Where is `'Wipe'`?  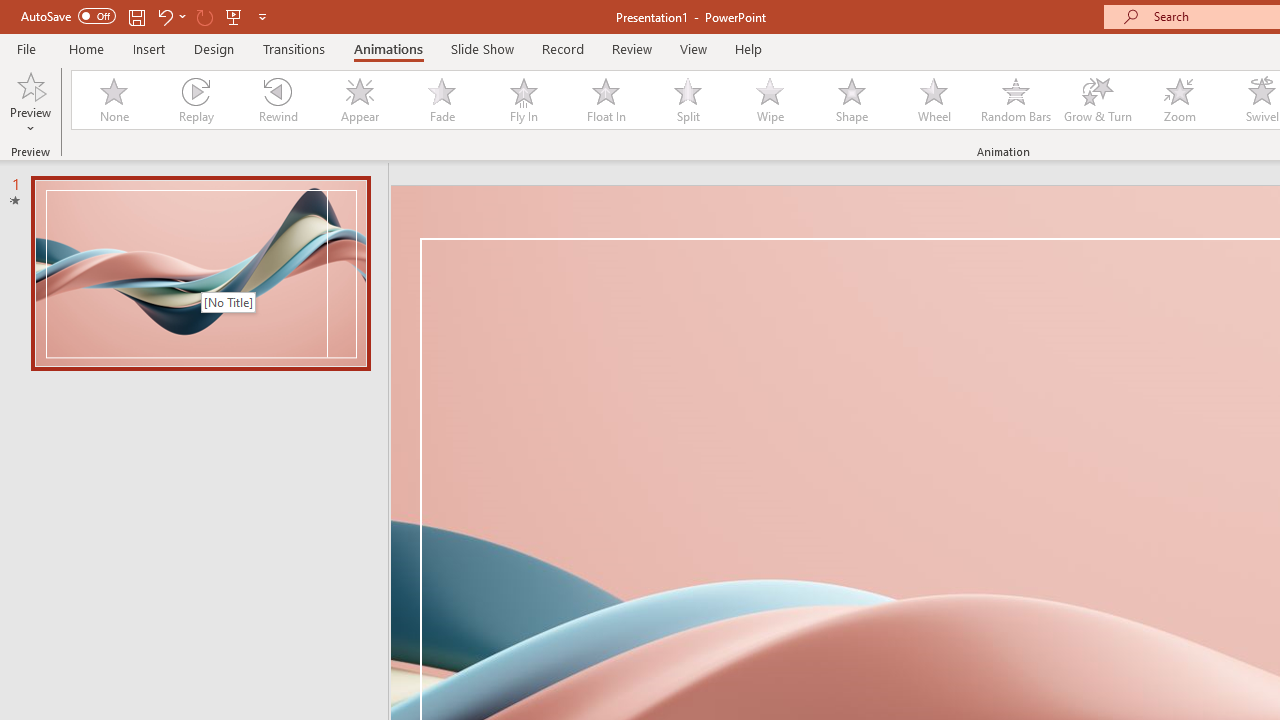
'Wipe' is located at coordinates (769, 100).